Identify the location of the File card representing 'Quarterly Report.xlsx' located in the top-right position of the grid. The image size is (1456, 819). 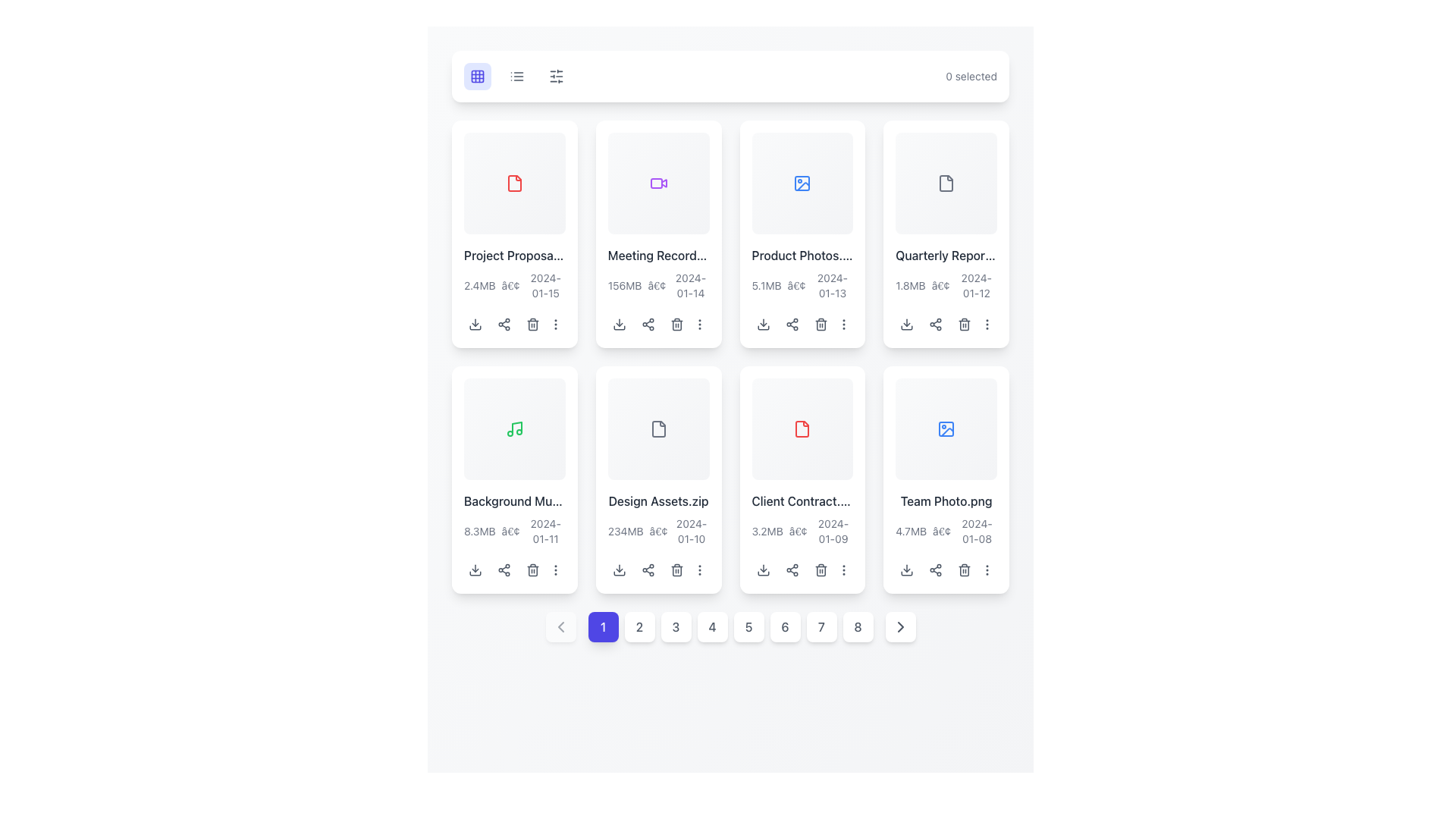
(946, 234).